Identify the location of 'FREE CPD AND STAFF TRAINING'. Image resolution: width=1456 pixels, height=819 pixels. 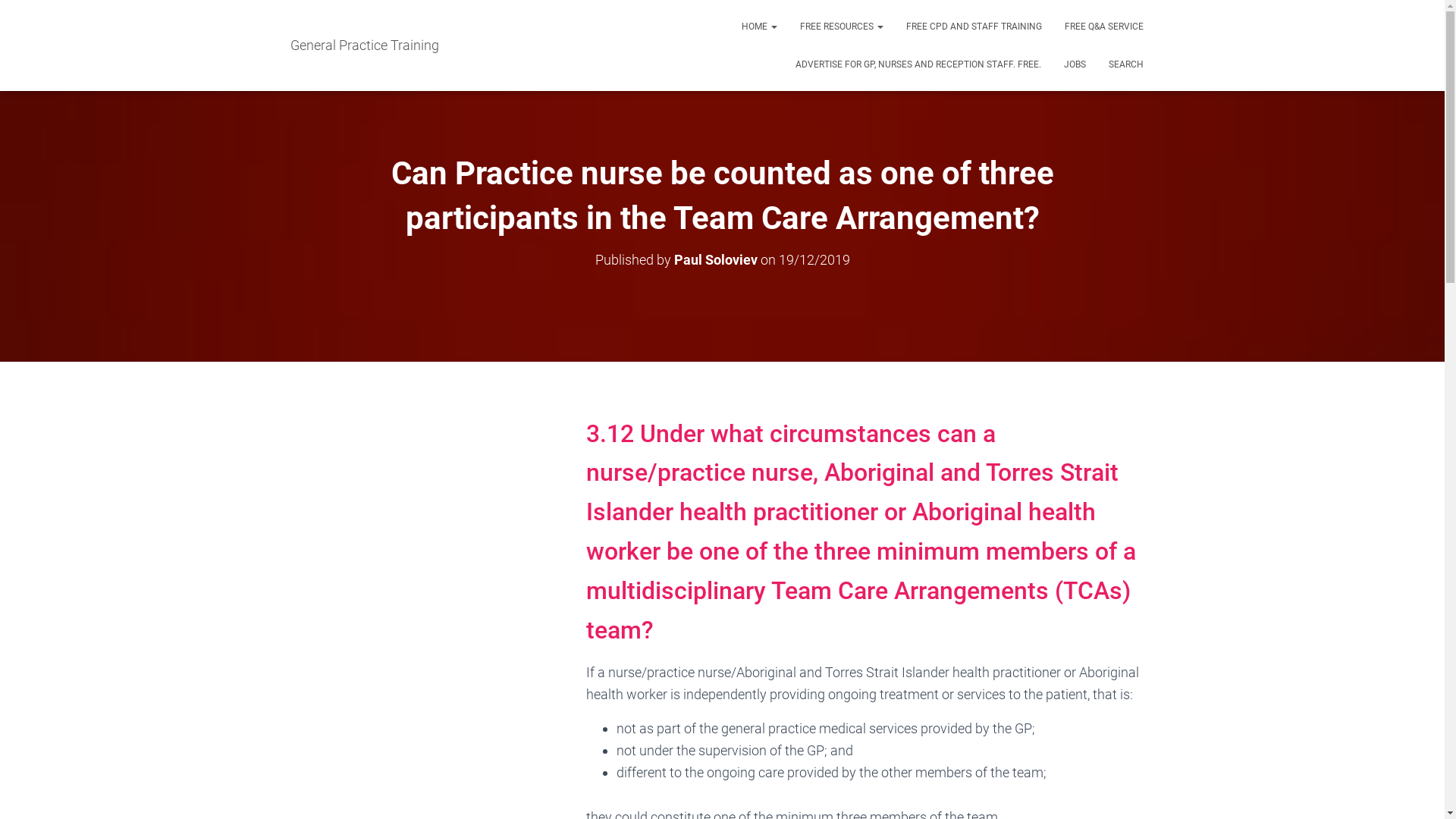
(974, 26).